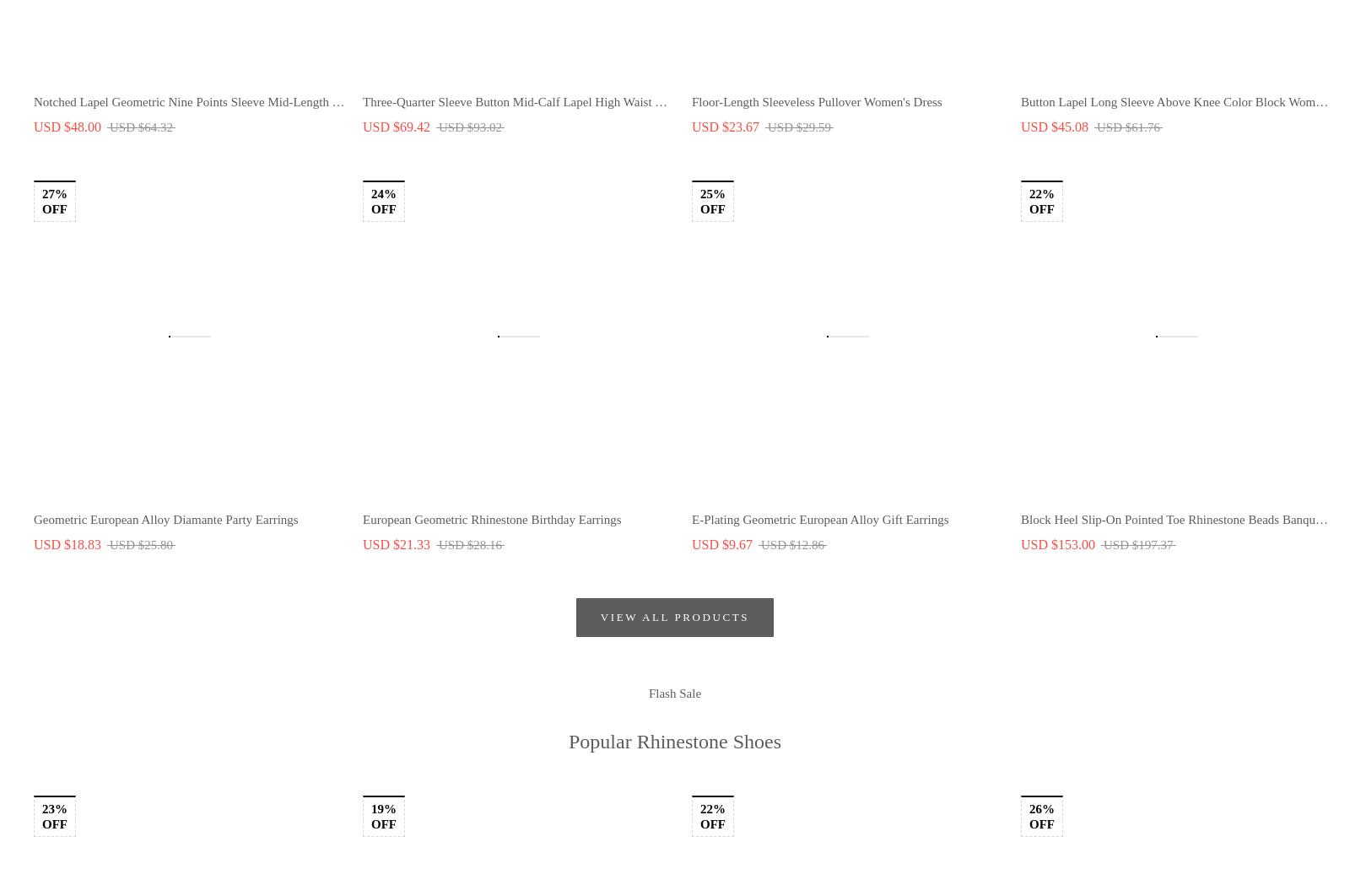 This screenshot has height=896, width=1350. Describe the element at coordinates (1096, 184) in the screenshot. I see `'USD $68.82'` at that location.